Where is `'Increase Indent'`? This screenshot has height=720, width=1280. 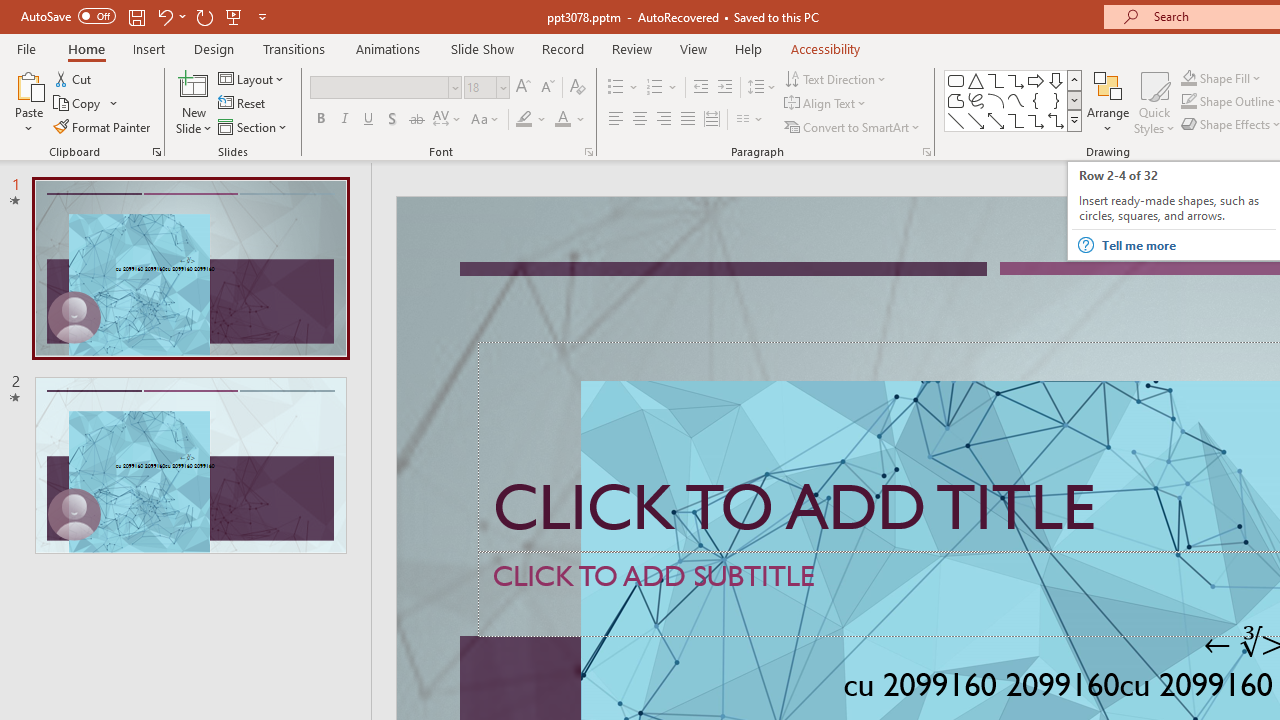
'Increase Indent' is located at coordinates (724, 86).